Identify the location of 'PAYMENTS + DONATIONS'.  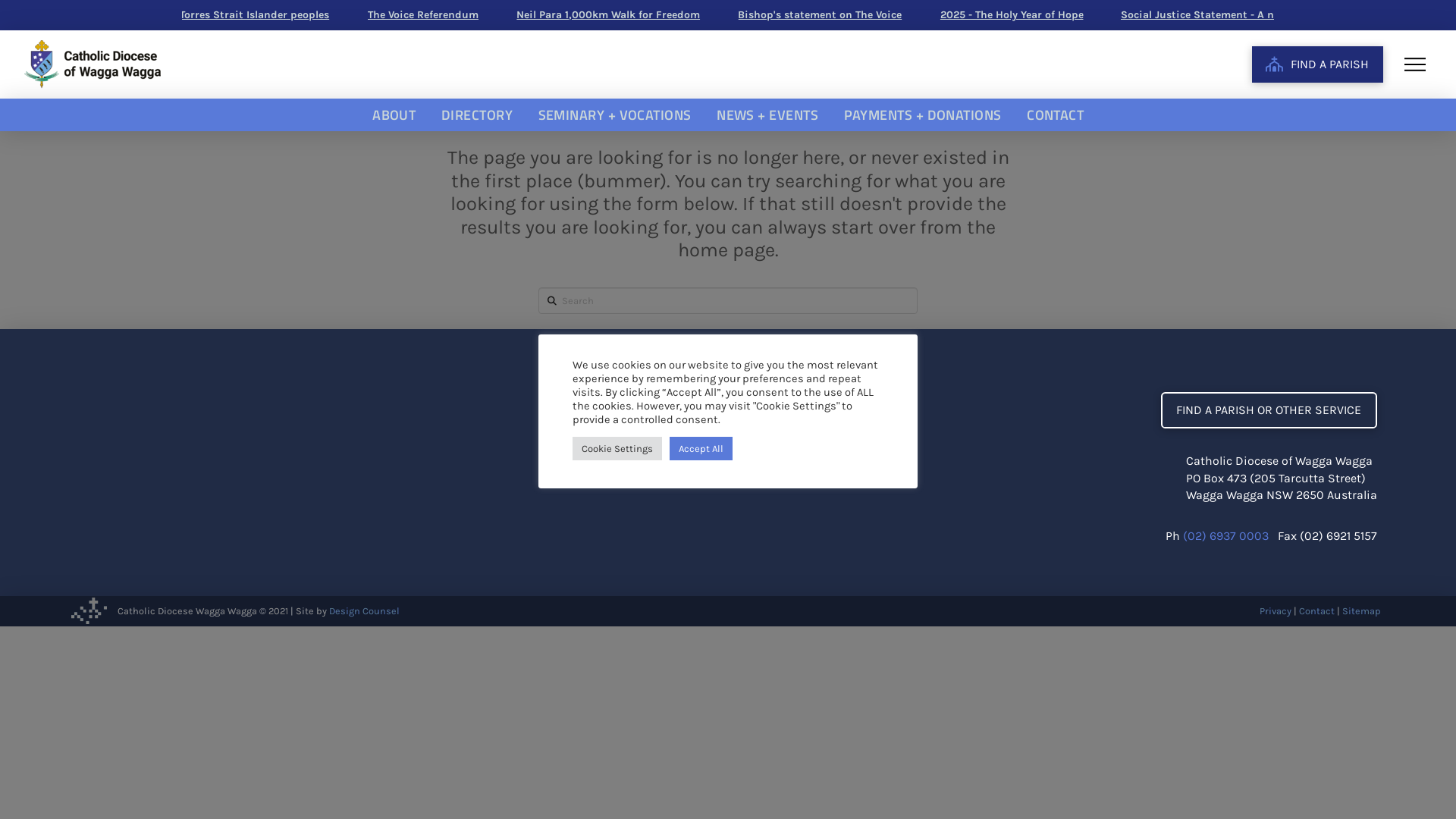
(922, 114).